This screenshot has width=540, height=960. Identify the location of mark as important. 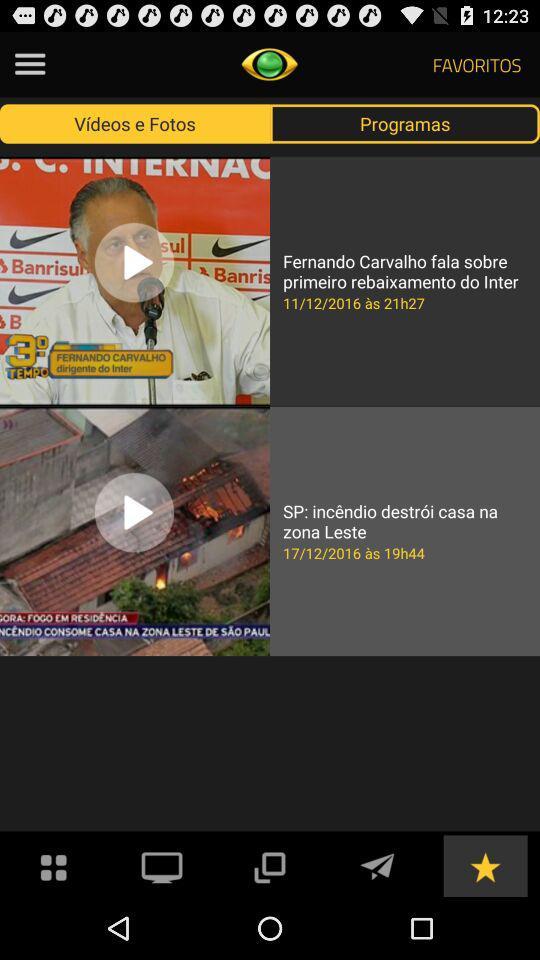
(484, 864).